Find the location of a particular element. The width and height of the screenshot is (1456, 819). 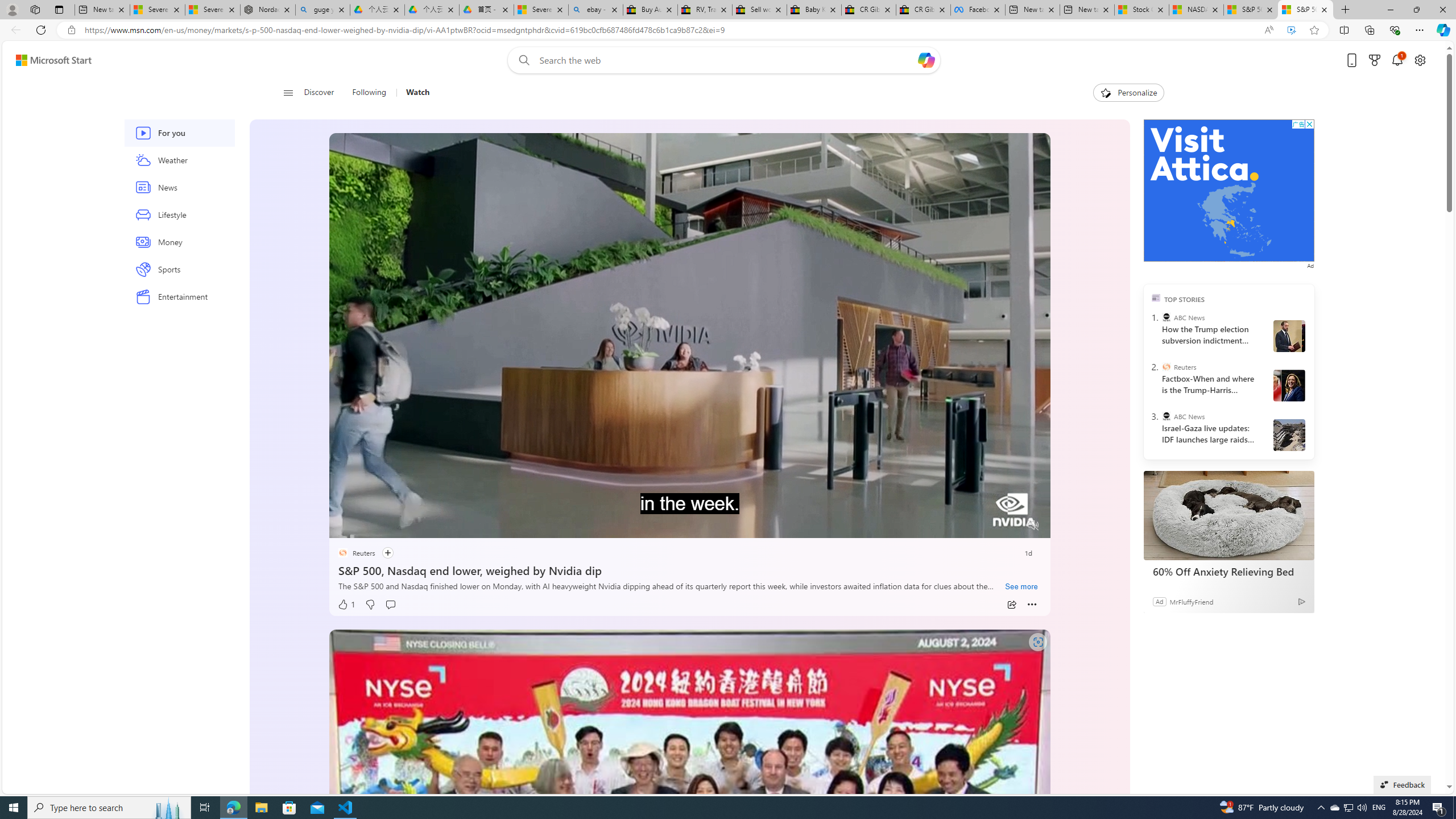

'Enhance video' is located at coordinates (1291, 30).